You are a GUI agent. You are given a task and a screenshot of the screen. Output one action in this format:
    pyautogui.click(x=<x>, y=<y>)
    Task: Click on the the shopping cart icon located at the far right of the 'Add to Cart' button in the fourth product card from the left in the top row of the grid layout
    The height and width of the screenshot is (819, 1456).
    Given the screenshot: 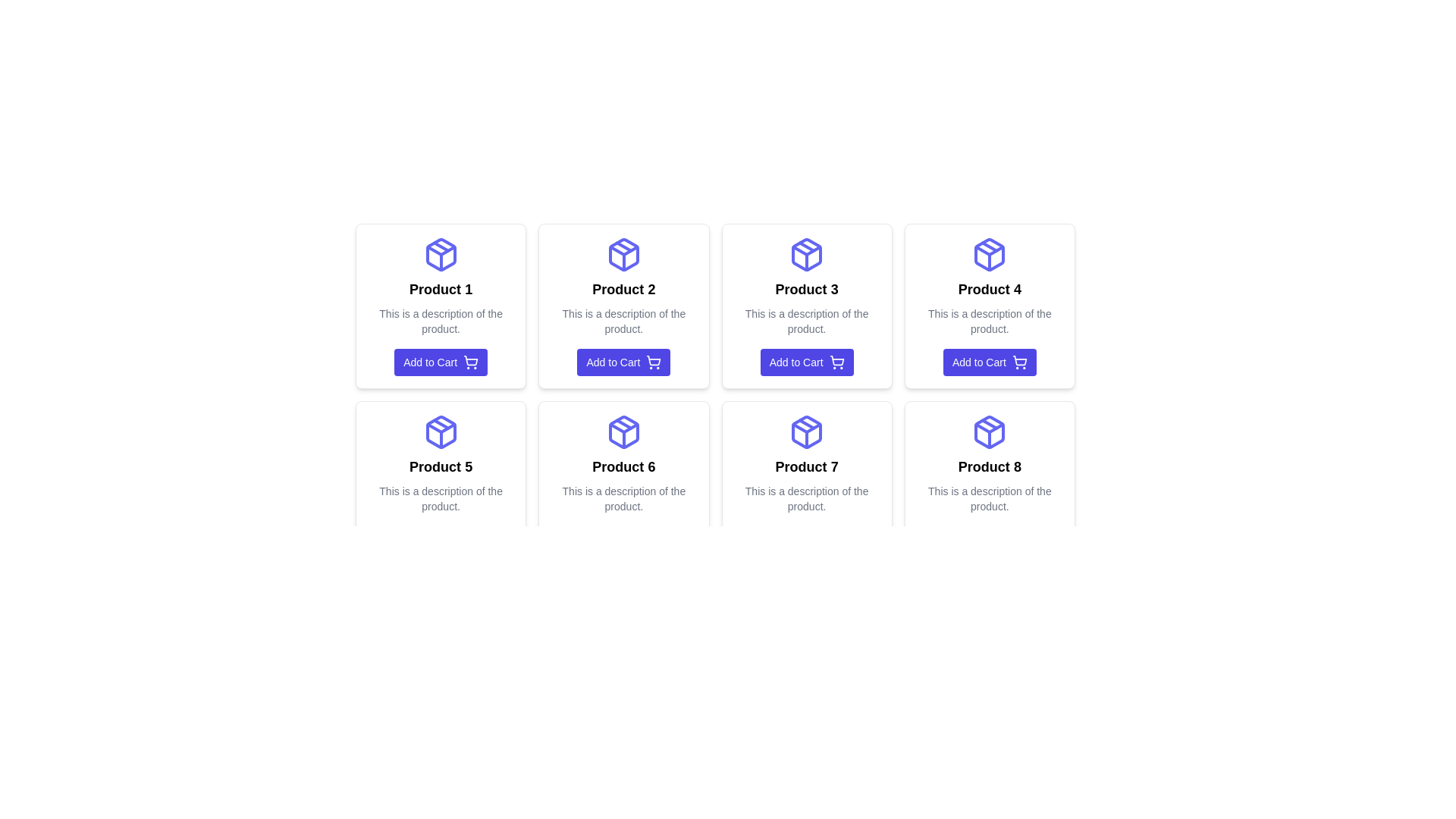 What is the action you would take?
    pyautogui.click(x=1019, y=362)
    